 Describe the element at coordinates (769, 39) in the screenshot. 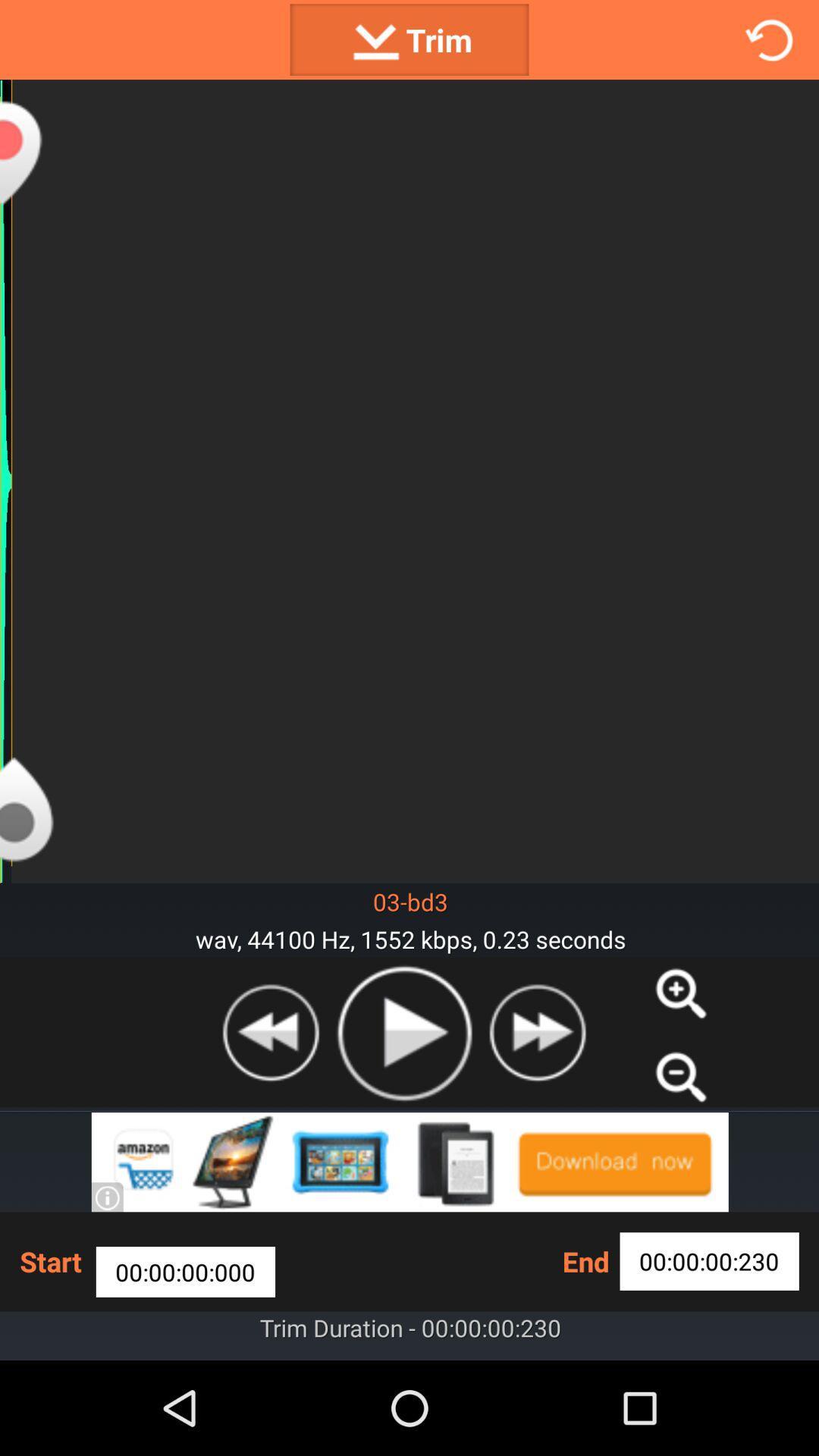

I see `refresh` at that location.